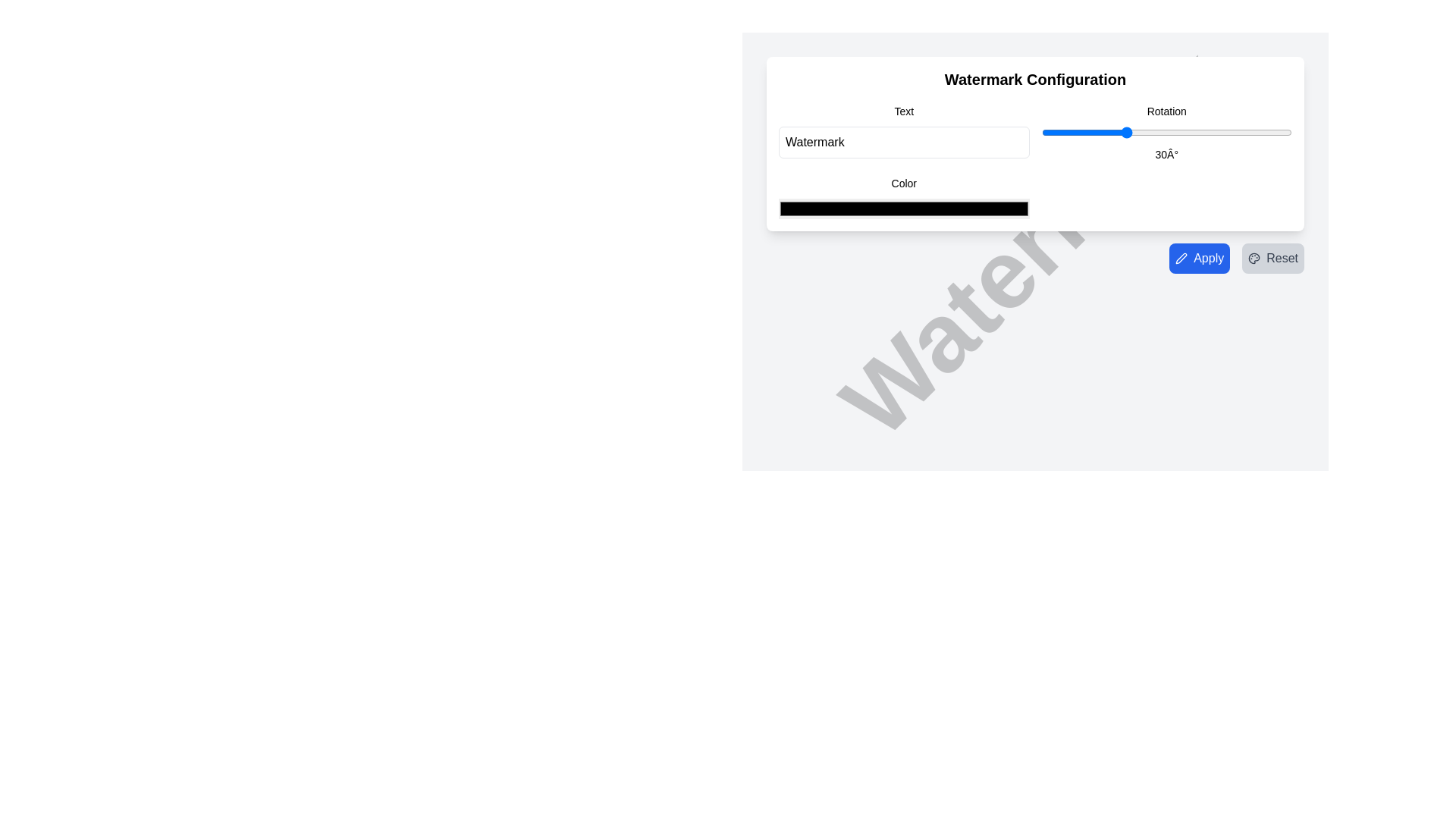  I want to click on the pen icon located inside the blue 'Apply' button in the bottom right corner of the interface, so click(1181, 257).